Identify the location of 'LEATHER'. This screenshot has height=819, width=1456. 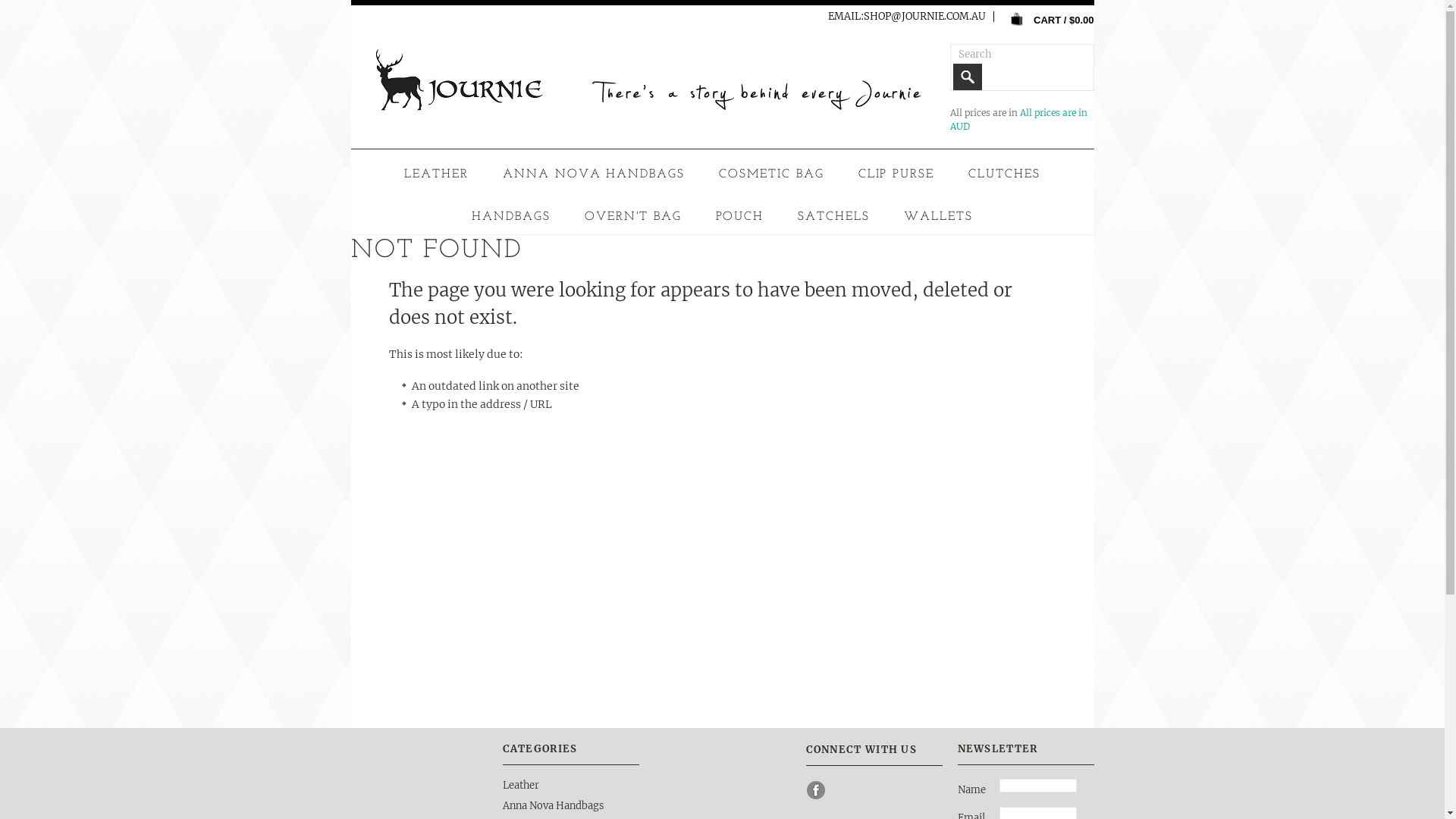
(397, 174).